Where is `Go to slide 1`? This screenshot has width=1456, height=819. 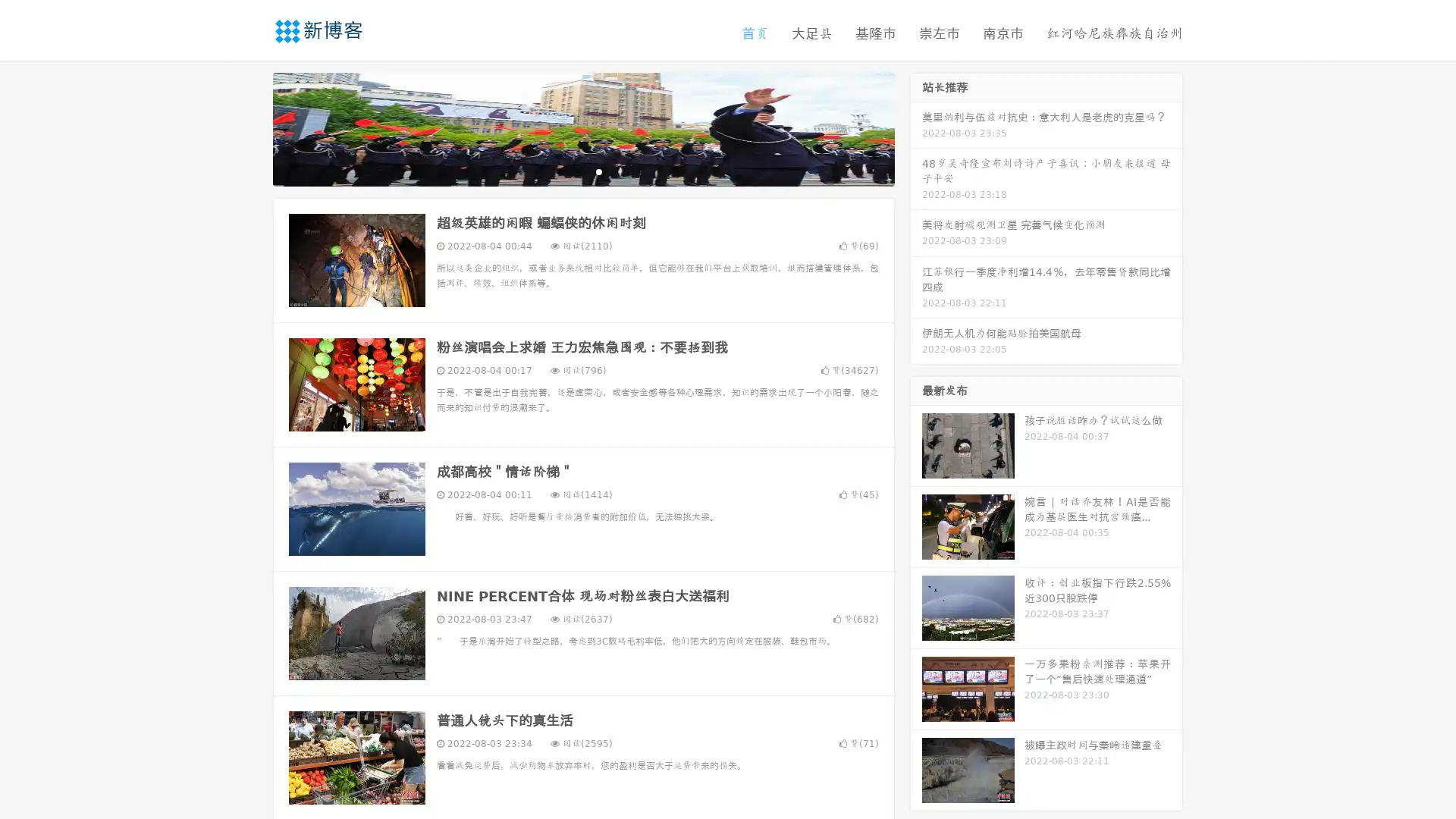
Go to slide 1 is located at coordinates (567, 171).